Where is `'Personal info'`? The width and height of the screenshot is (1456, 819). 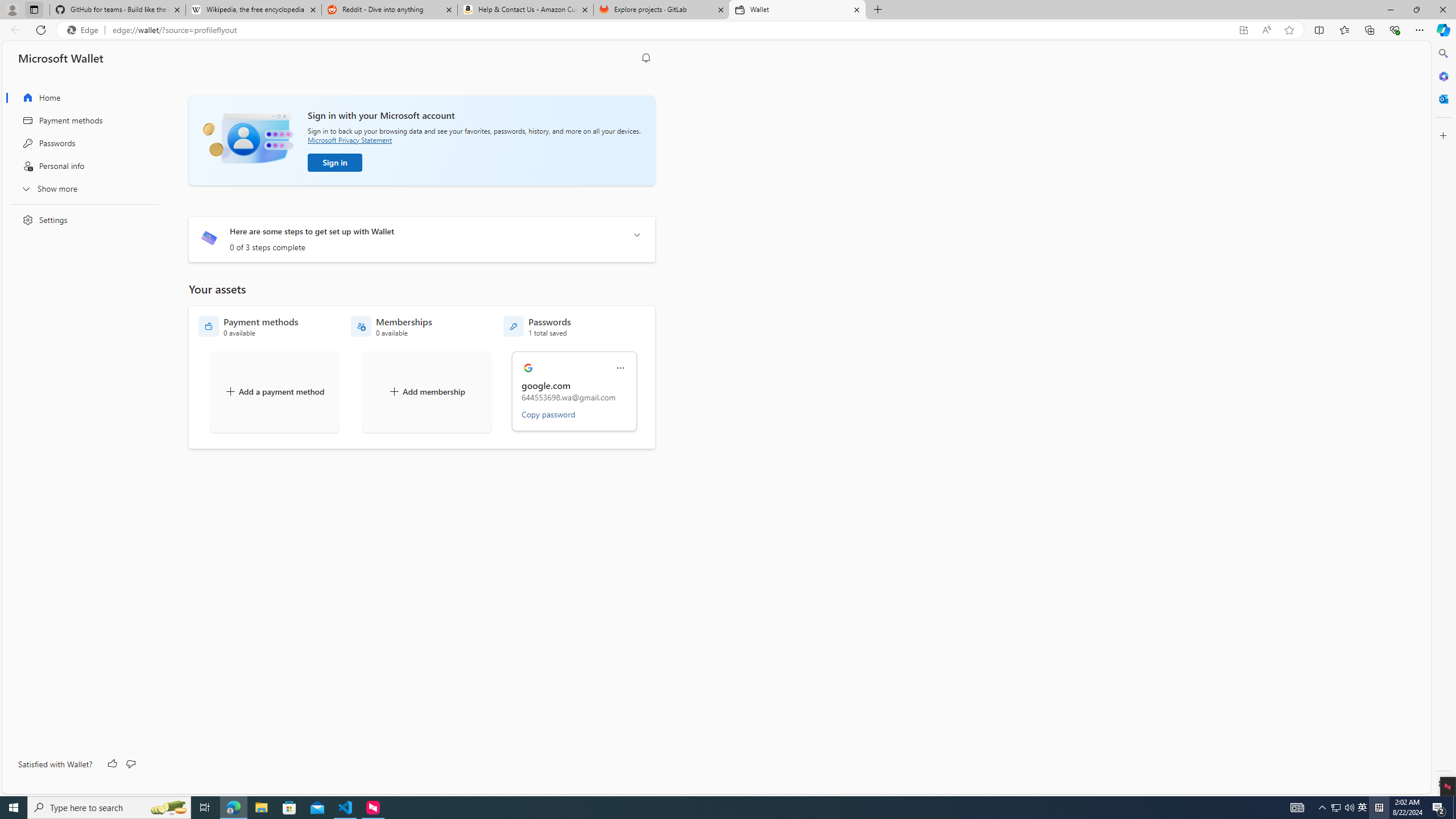
'Personal info' is located at coordinates (81, 166).